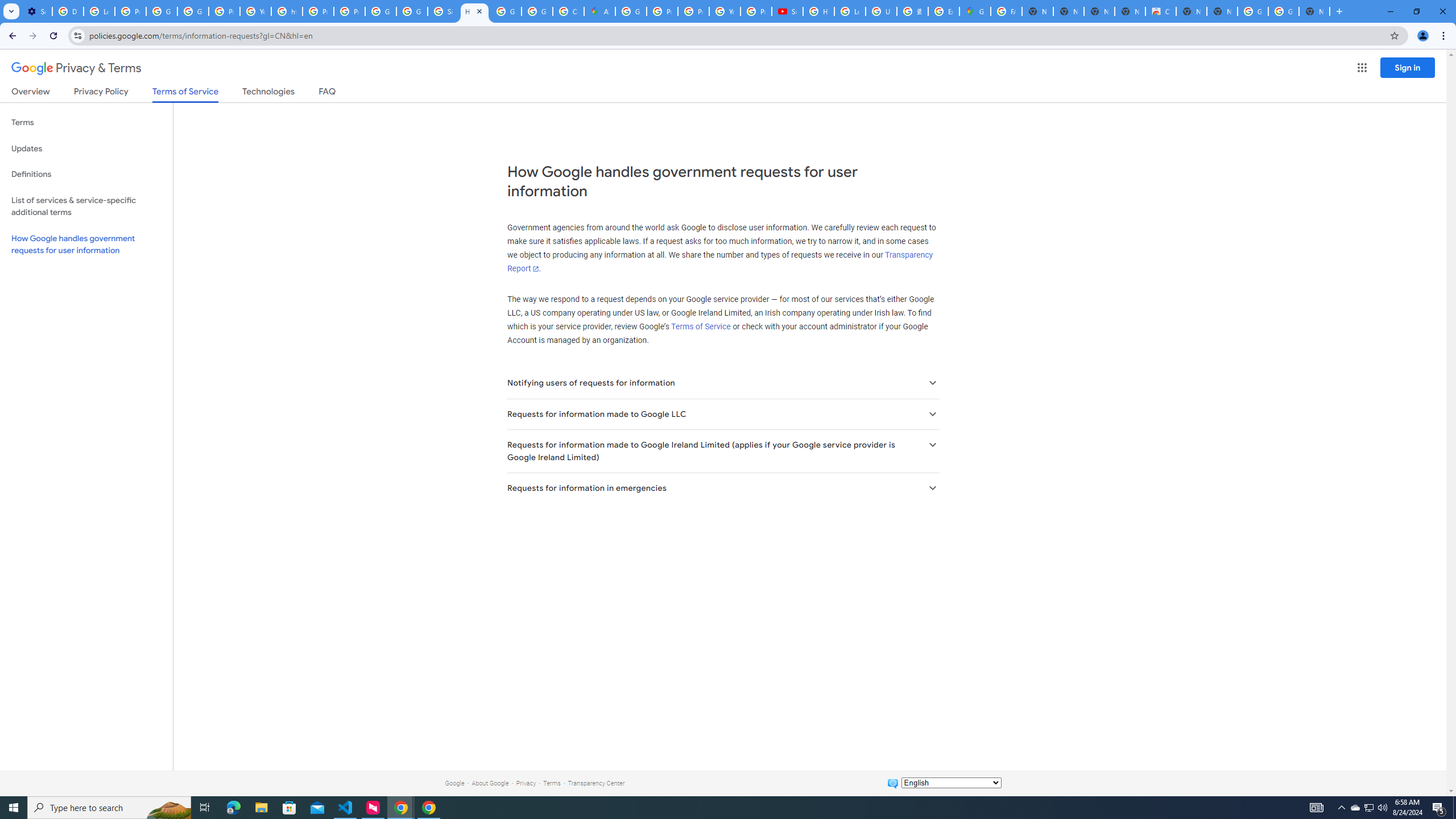  I want to click on 'New Tab', so click(1314, 11).